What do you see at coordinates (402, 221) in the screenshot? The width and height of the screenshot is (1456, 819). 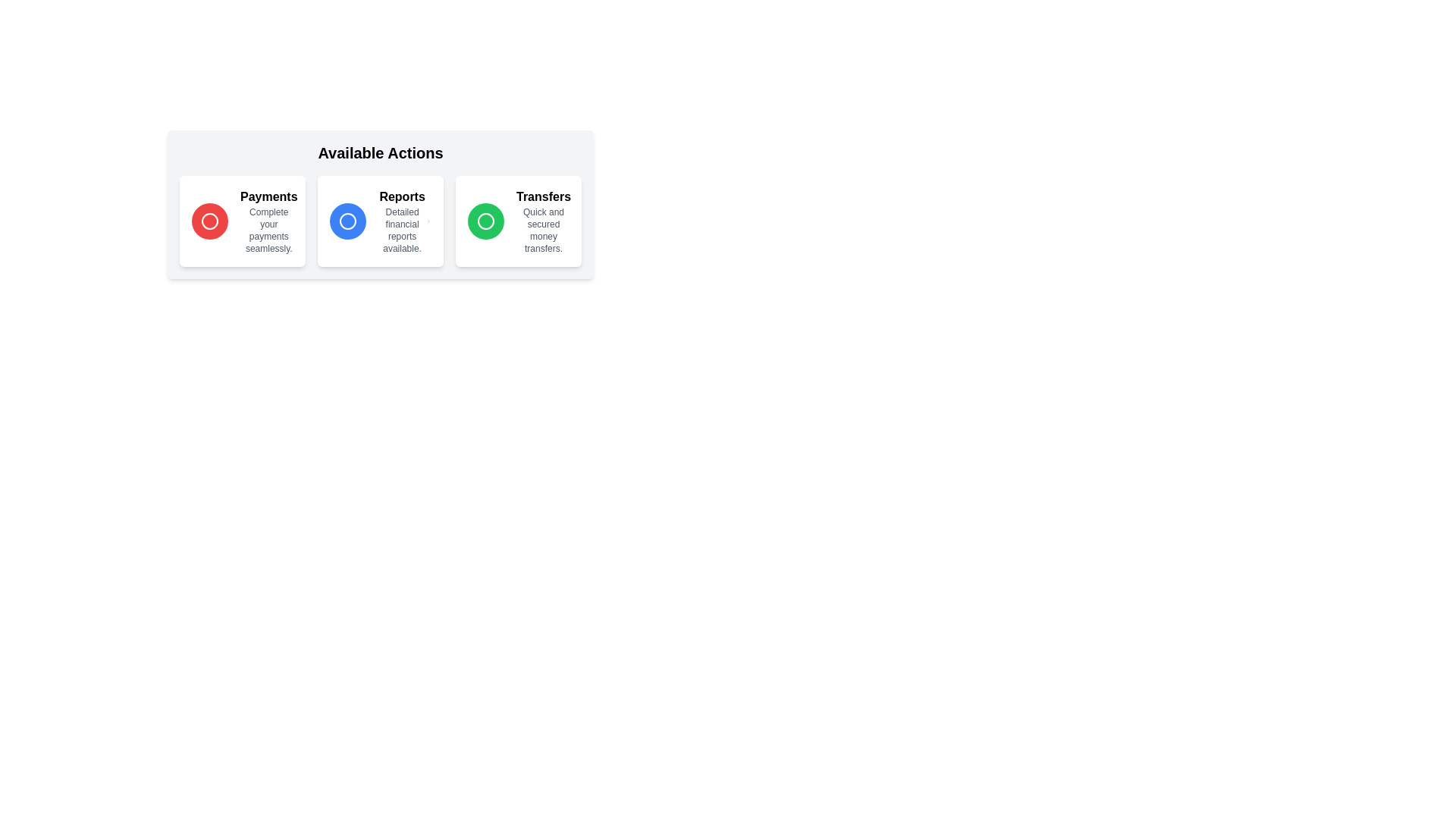 I see `information presented in the Text Display Block, which is the second card under the header 'Available Actions.'` at bounding box center [402, 221].